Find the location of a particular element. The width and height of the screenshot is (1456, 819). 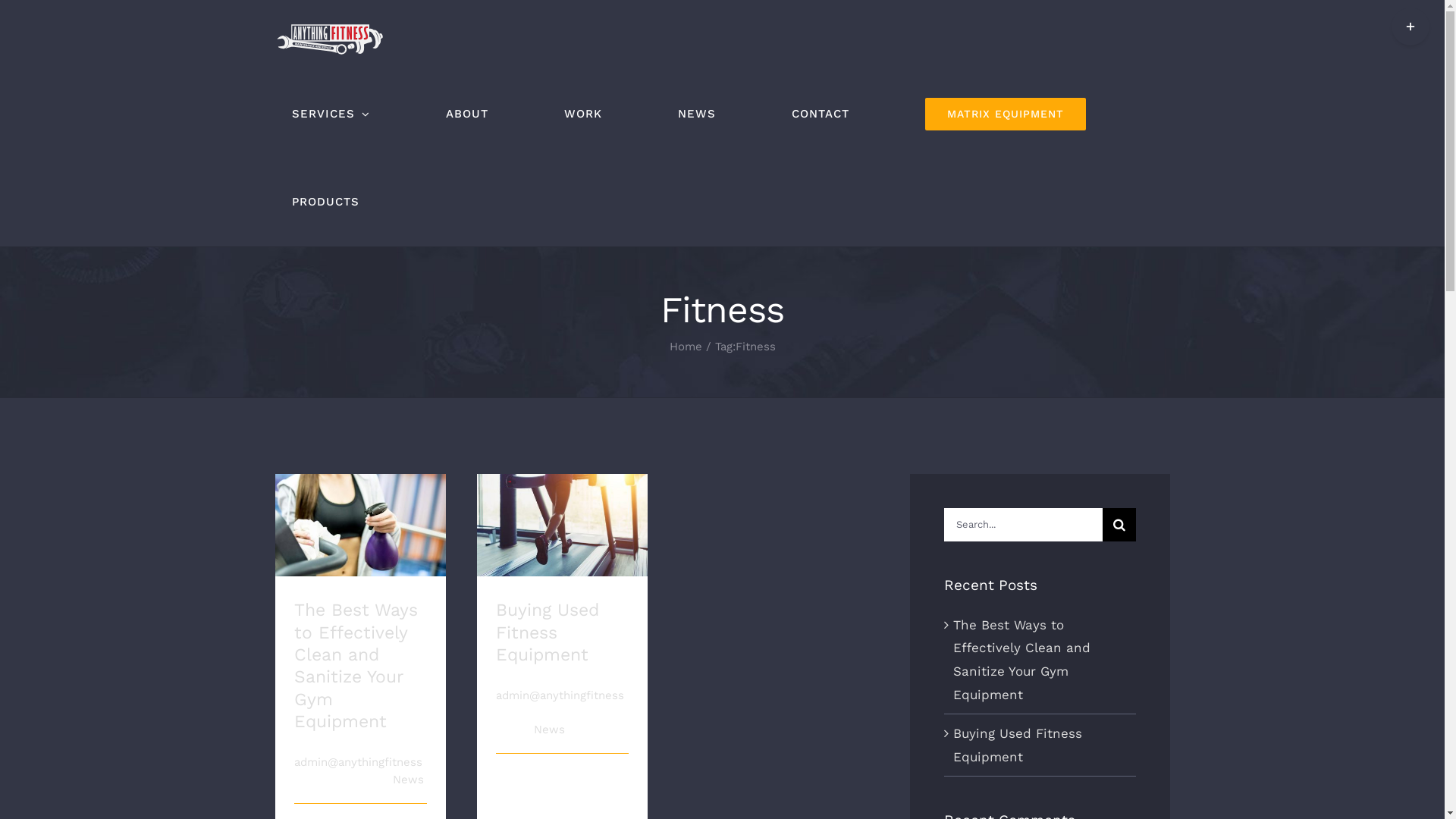

'CONTACT' is located at coordinates (819, 113).